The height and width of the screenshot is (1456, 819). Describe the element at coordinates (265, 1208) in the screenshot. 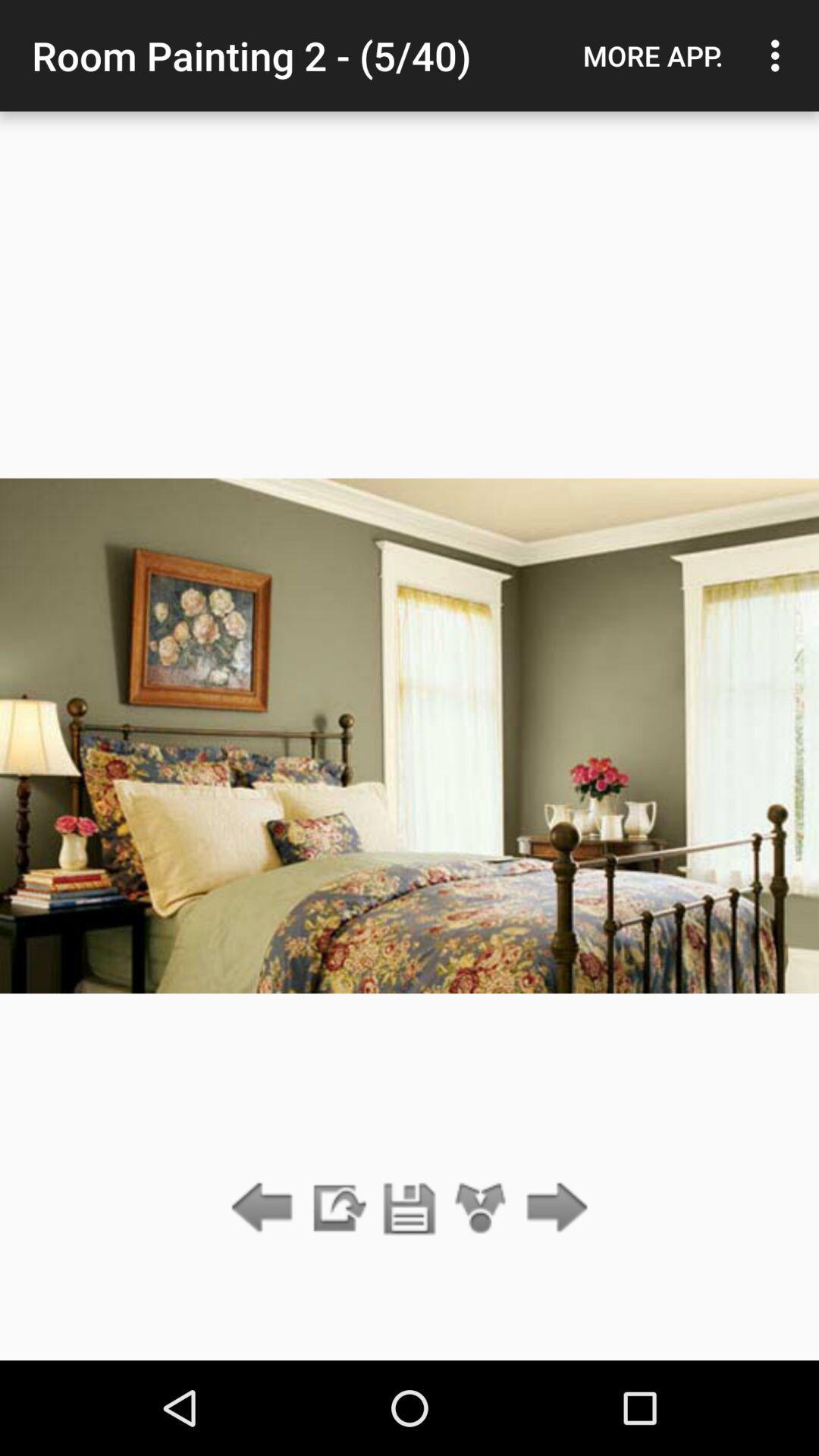

I see `the arrow_backward icon` at that location.